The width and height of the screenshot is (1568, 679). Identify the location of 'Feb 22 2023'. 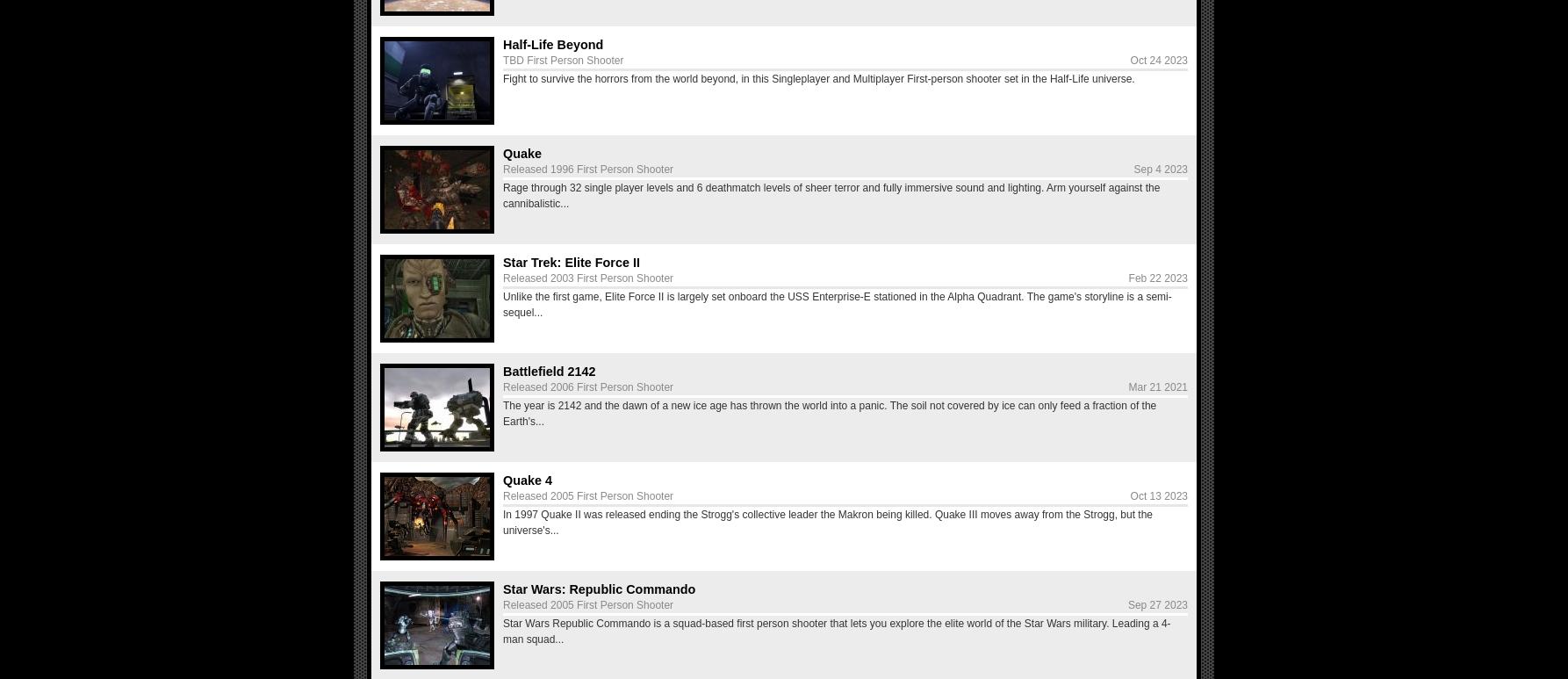
(1157, 278).